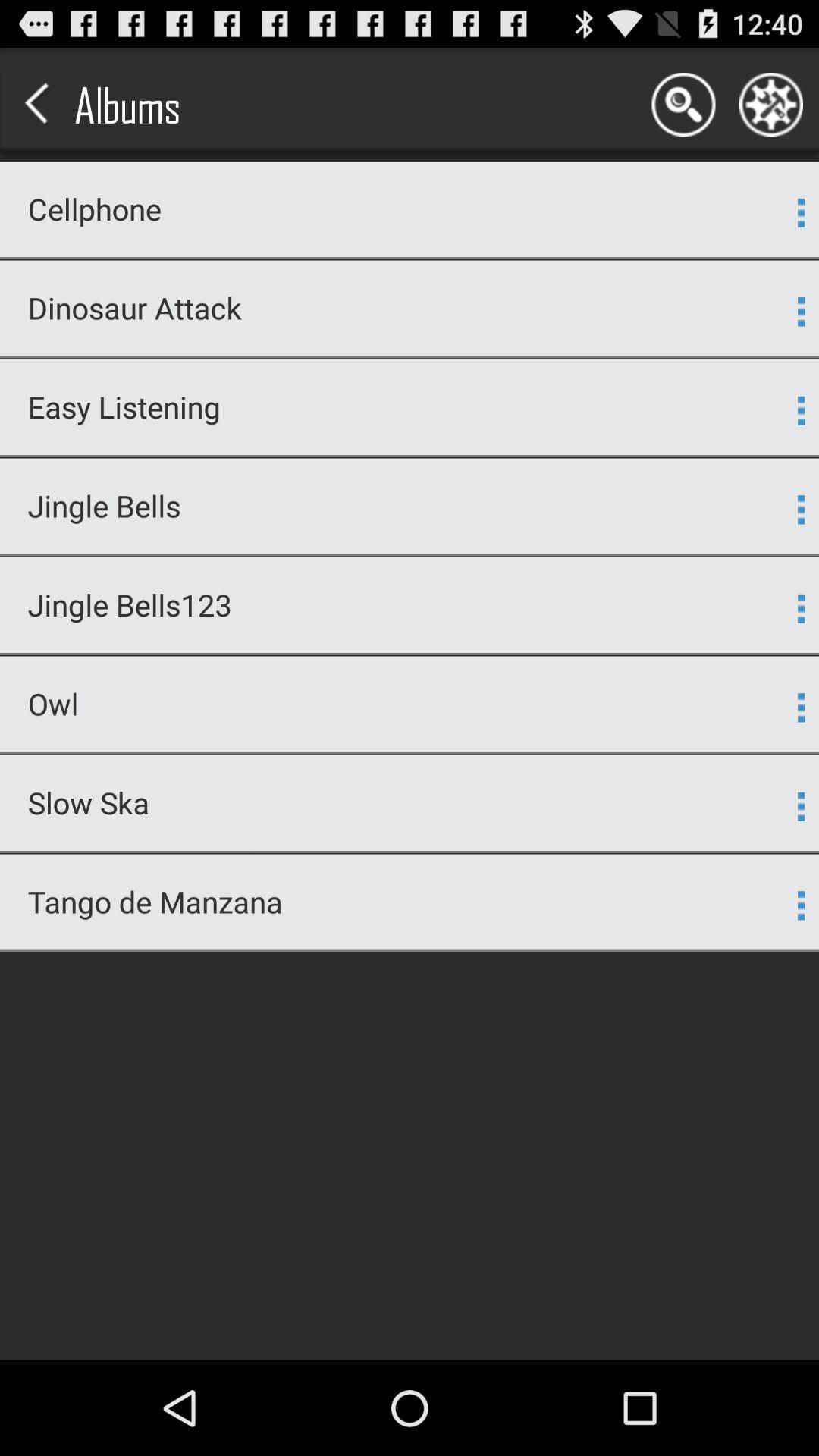 The width and height of the screenshot is (819, 1456). I want to click on the slow ska, so click(400, 802).